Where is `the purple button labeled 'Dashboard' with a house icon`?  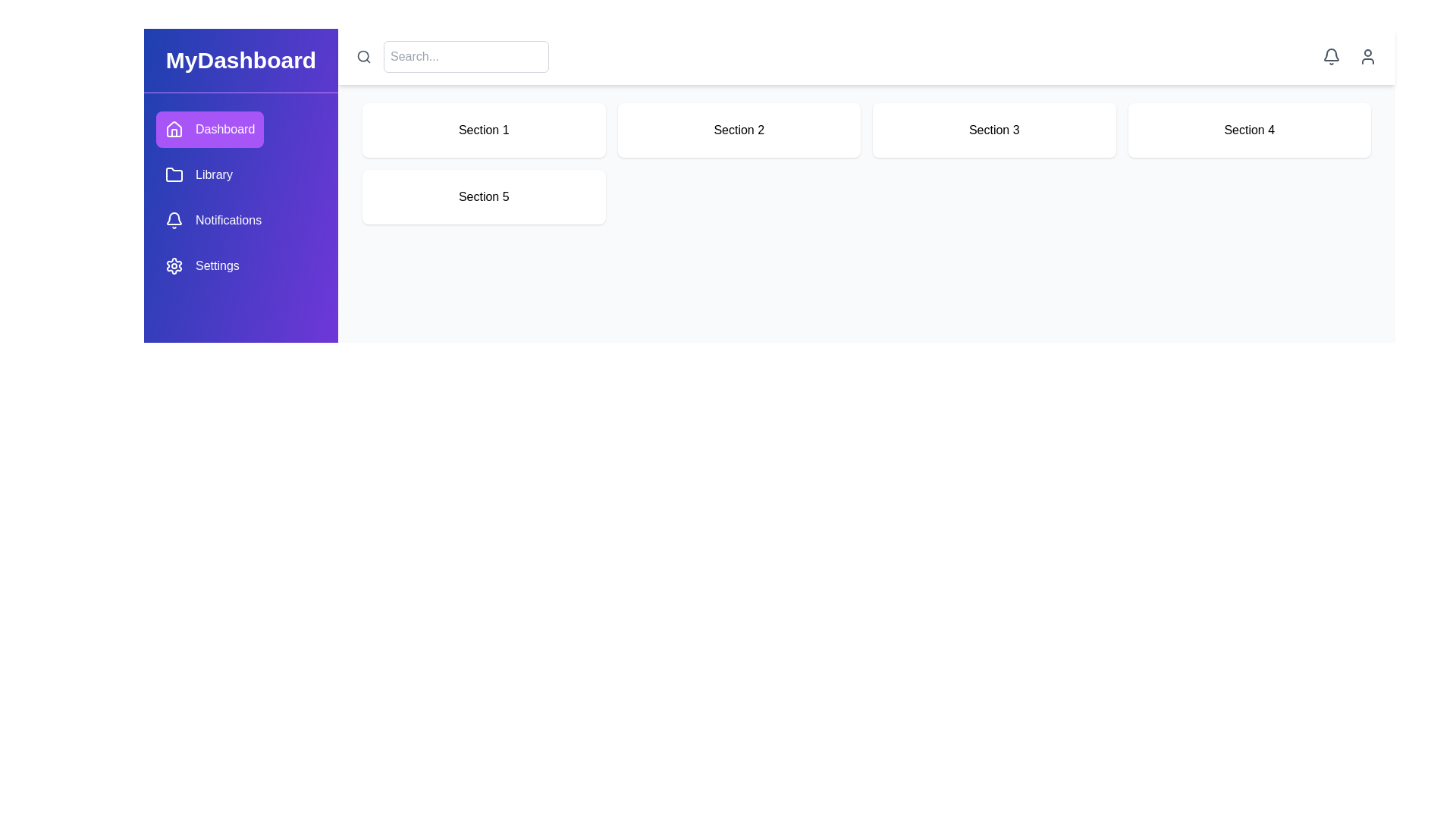 the purple button labeled 'Dashboard' with a house icon is located at coordinates (209, 128).